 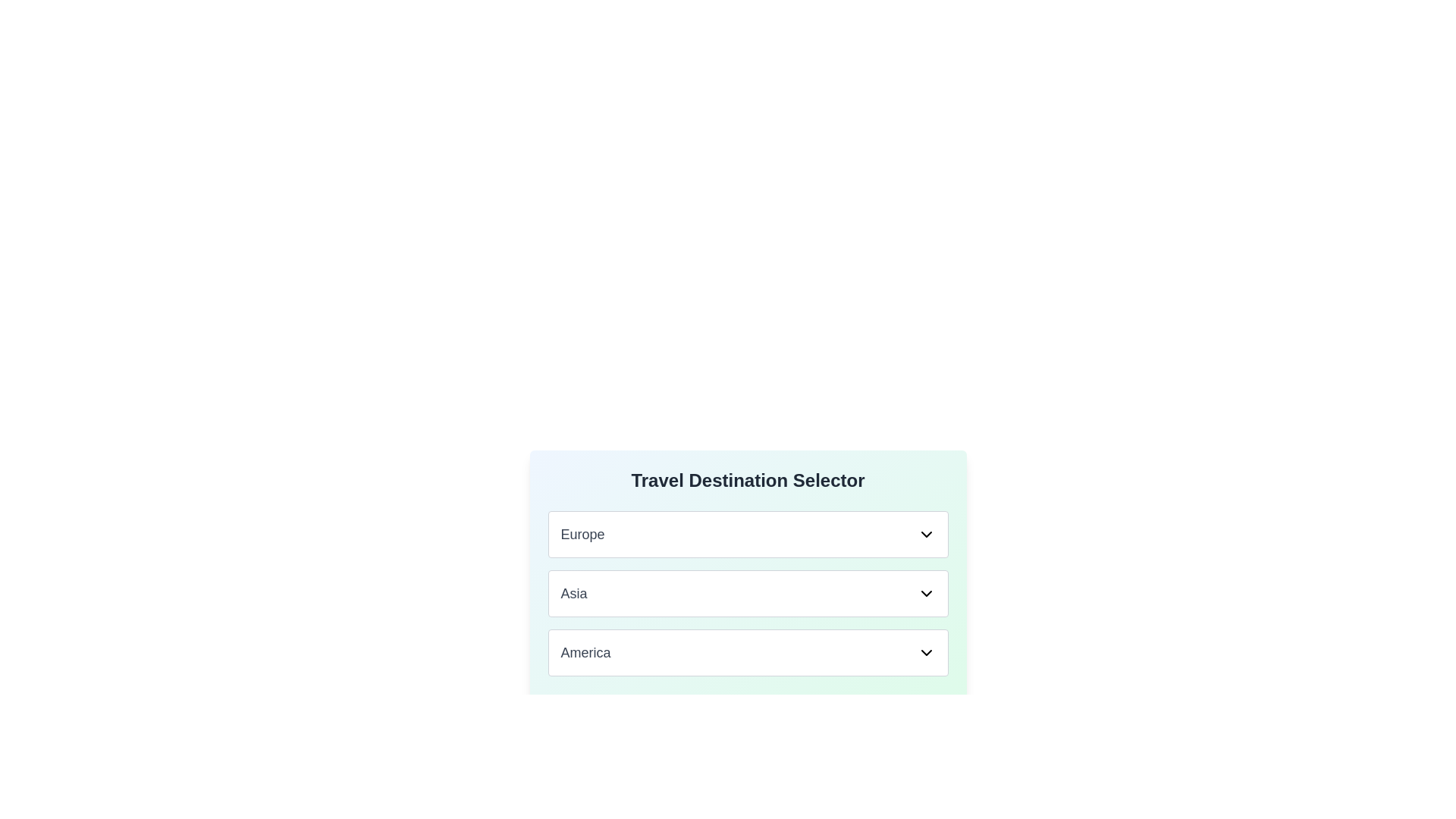 I want to click on the second dropdown item in the list of destinations, which is styled as a button with a dropdown arrow and is located between 'Europe' and 'America', so click(x=748, y=593).